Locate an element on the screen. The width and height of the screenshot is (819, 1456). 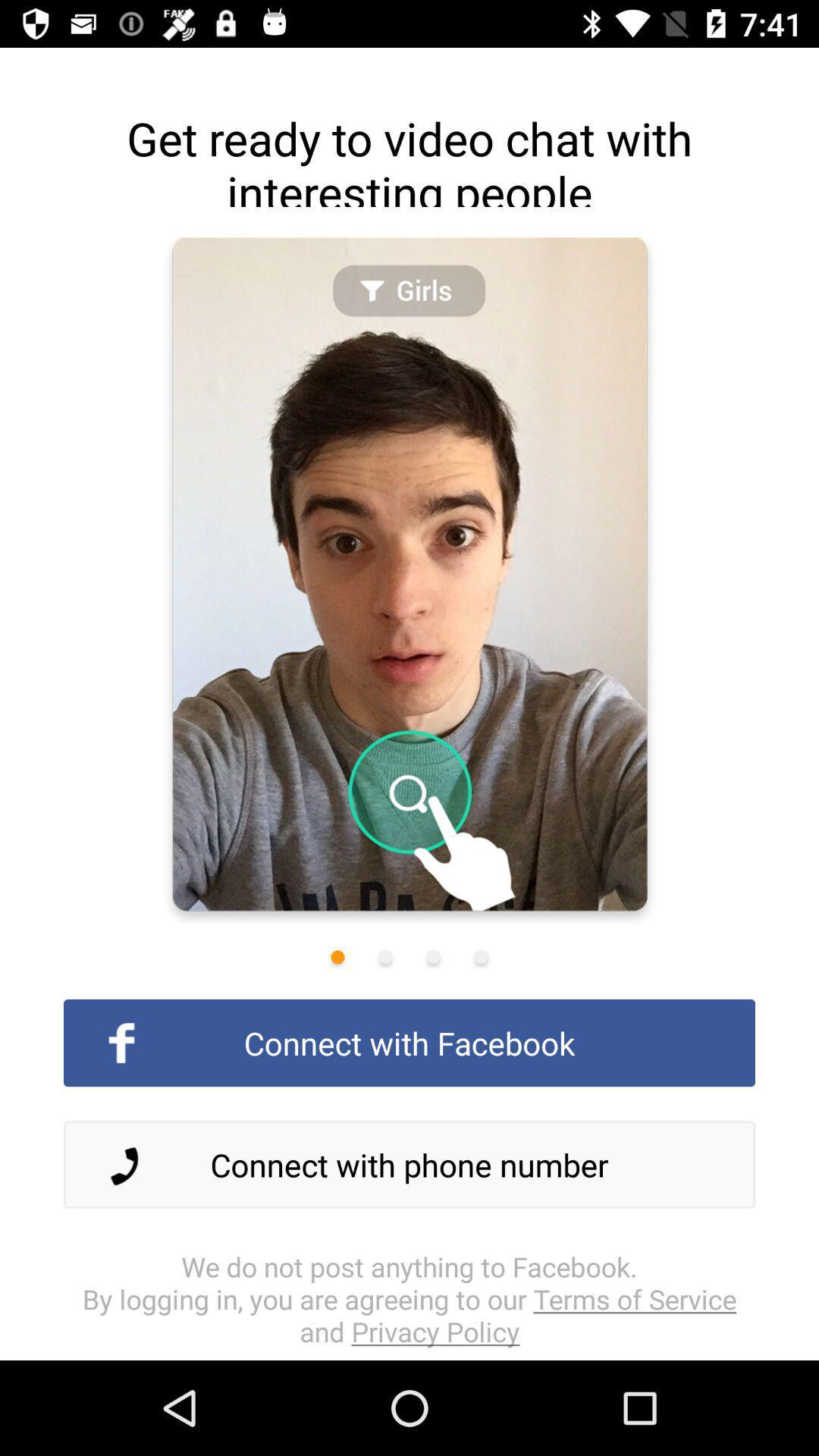
last image is located at coordinates (481, 956).